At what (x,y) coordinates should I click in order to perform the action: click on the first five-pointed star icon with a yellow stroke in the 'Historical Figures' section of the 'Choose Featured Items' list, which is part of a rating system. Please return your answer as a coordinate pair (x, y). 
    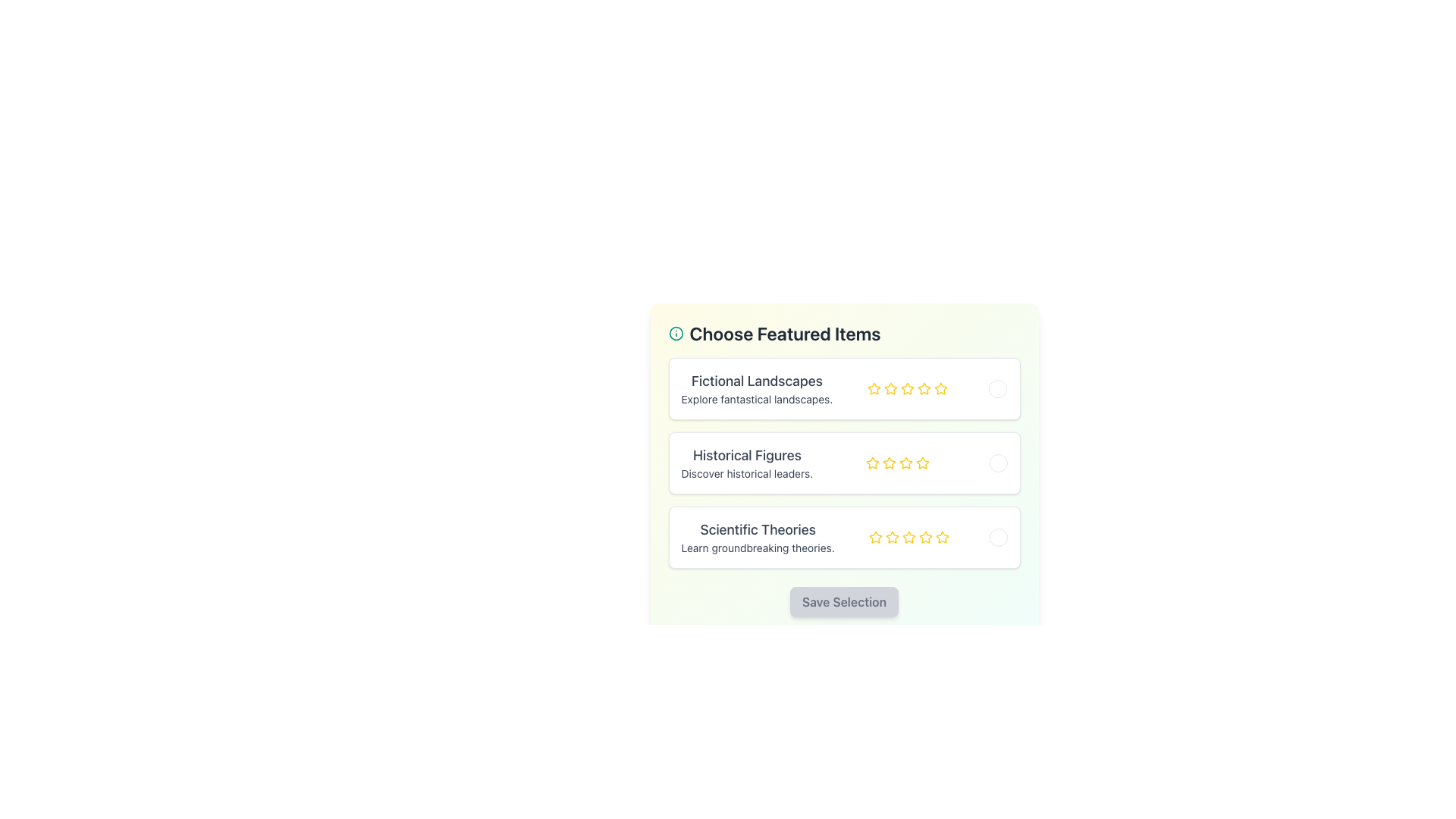
    Looking at the image, I should click on (873, 462).